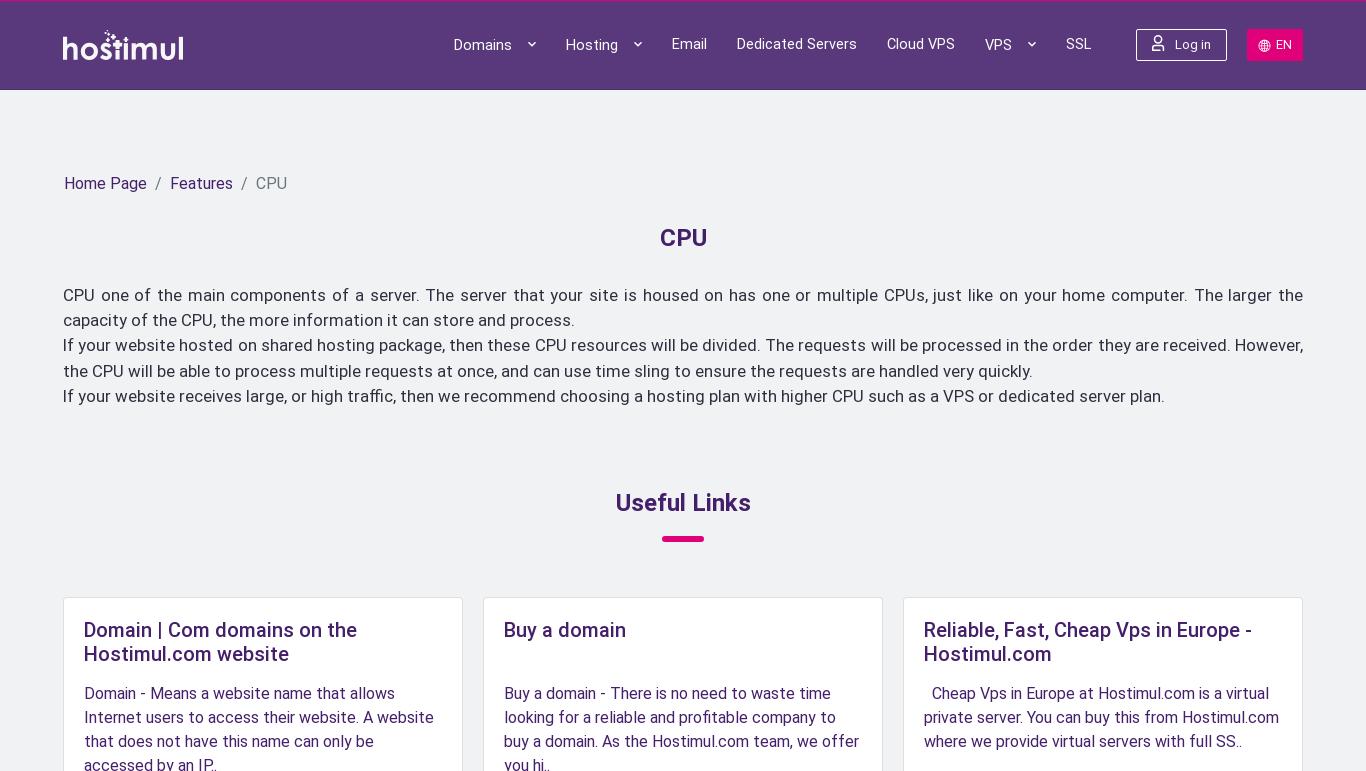 This screenshot has height=771, width=1366. What do you see at coordinates (105, 183) in the screenshot?
I see `'Home Page'` at bounding box center [105, 183].